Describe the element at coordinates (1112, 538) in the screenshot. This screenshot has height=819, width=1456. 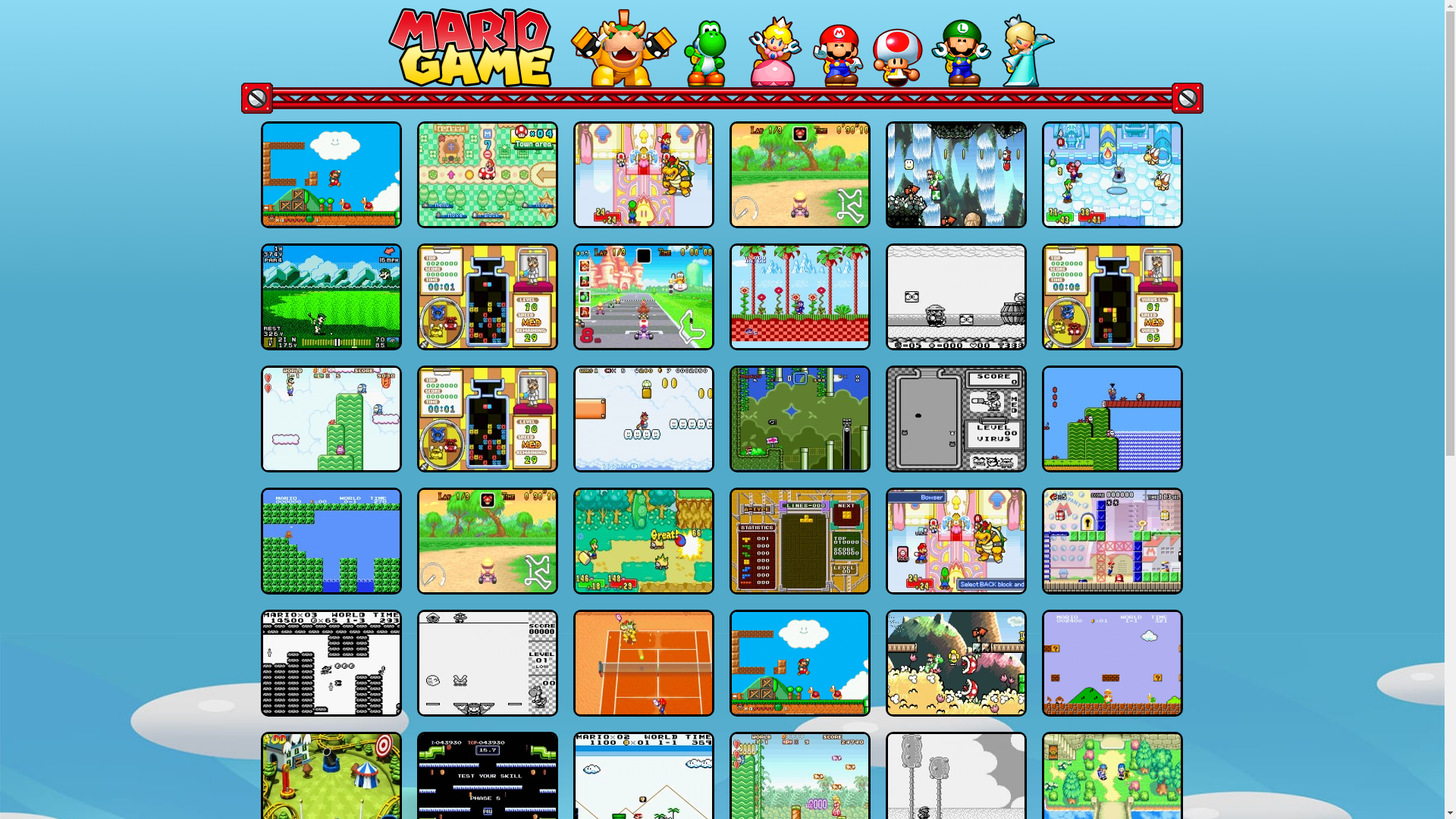
I see `'Mario vs Donkey Kong'` at that location.